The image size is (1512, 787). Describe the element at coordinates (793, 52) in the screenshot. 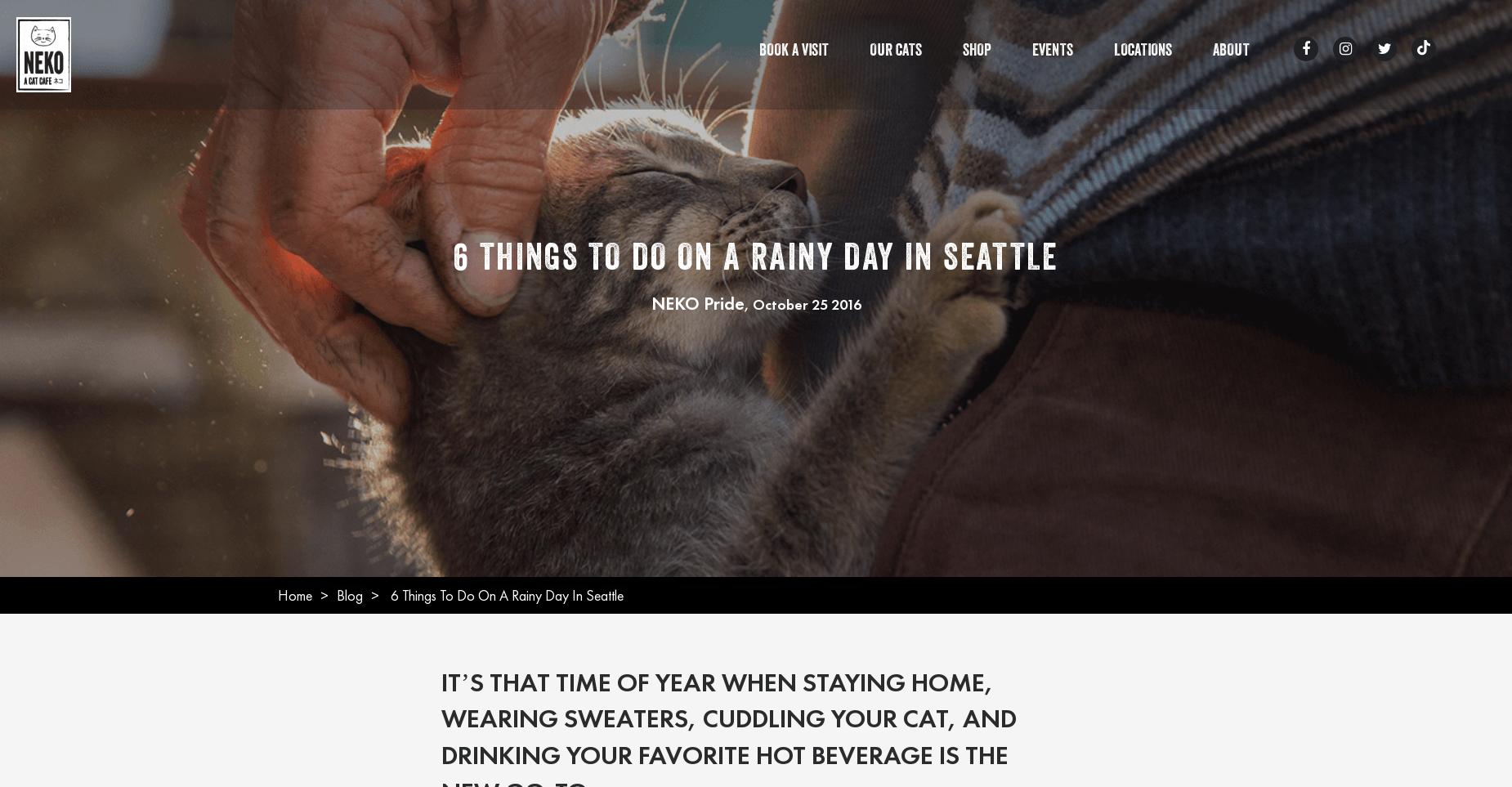

I see `'Book A Visit'` at that location.